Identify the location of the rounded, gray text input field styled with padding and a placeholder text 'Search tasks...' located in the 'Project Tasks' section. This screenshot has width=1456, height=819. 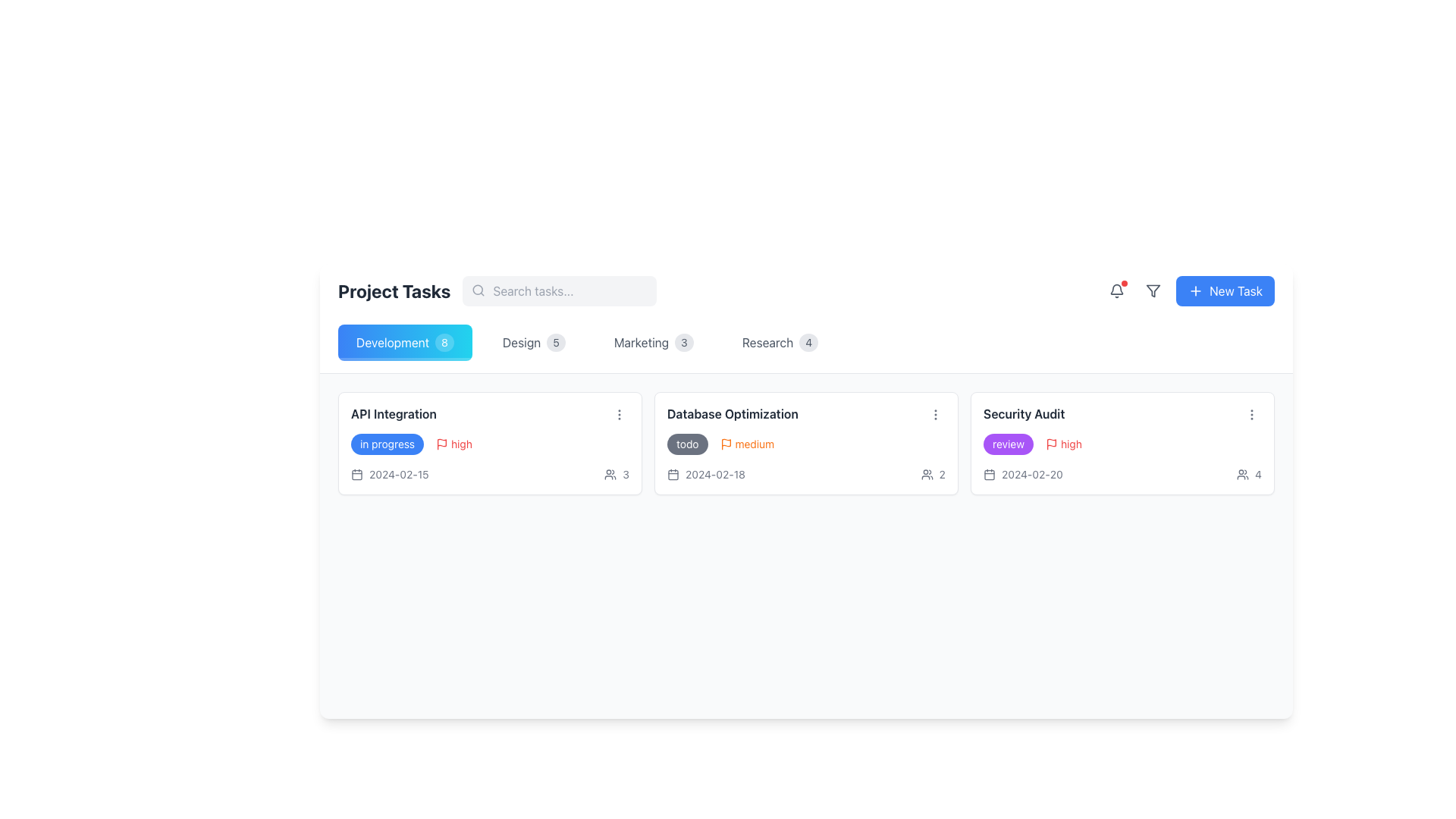
(559, 291).